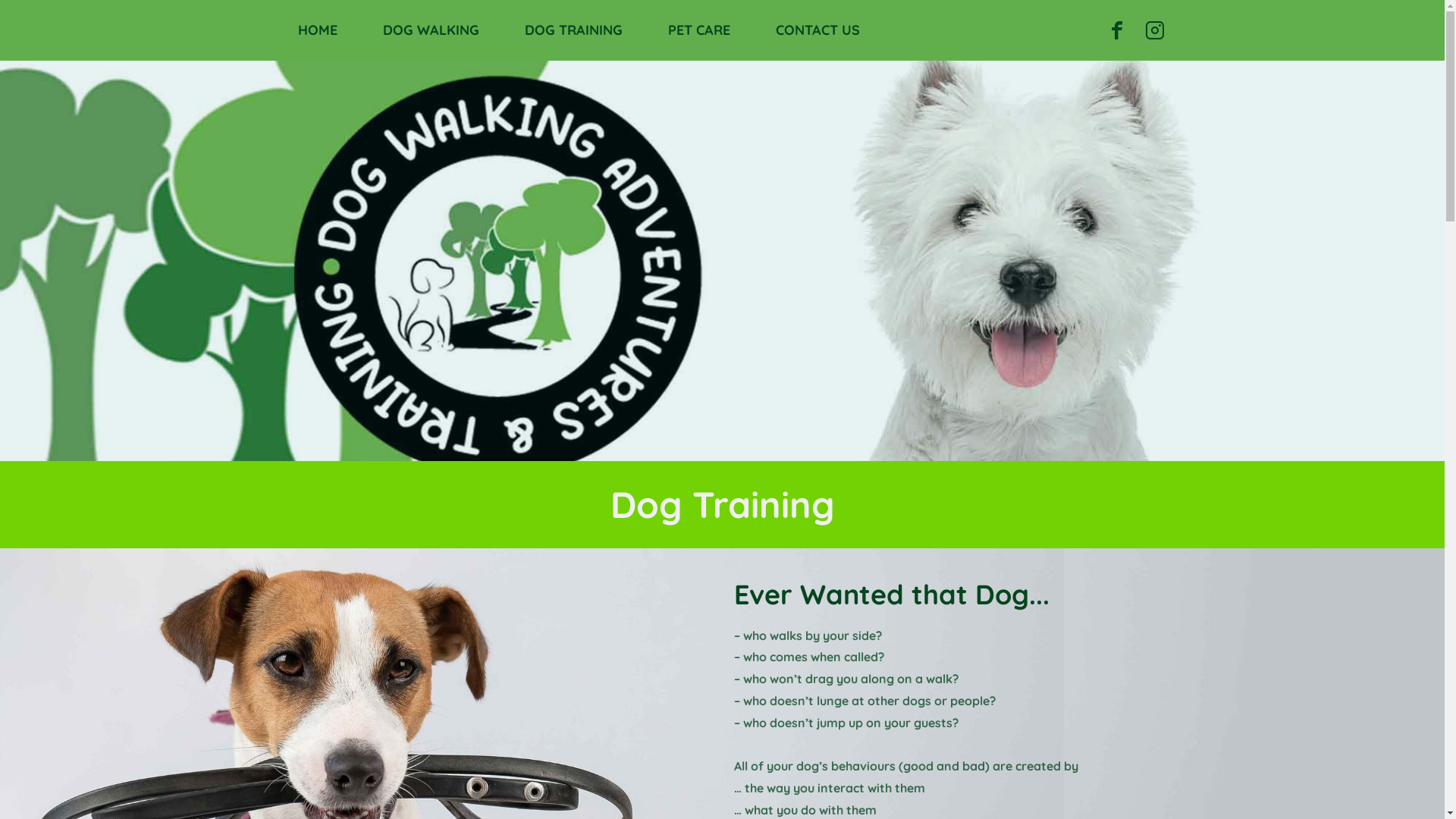 This screenshot has height=819, width=1456. Describe the element at coordinates (279, 30) in the screenshot. I see `'HOME'` at that location.